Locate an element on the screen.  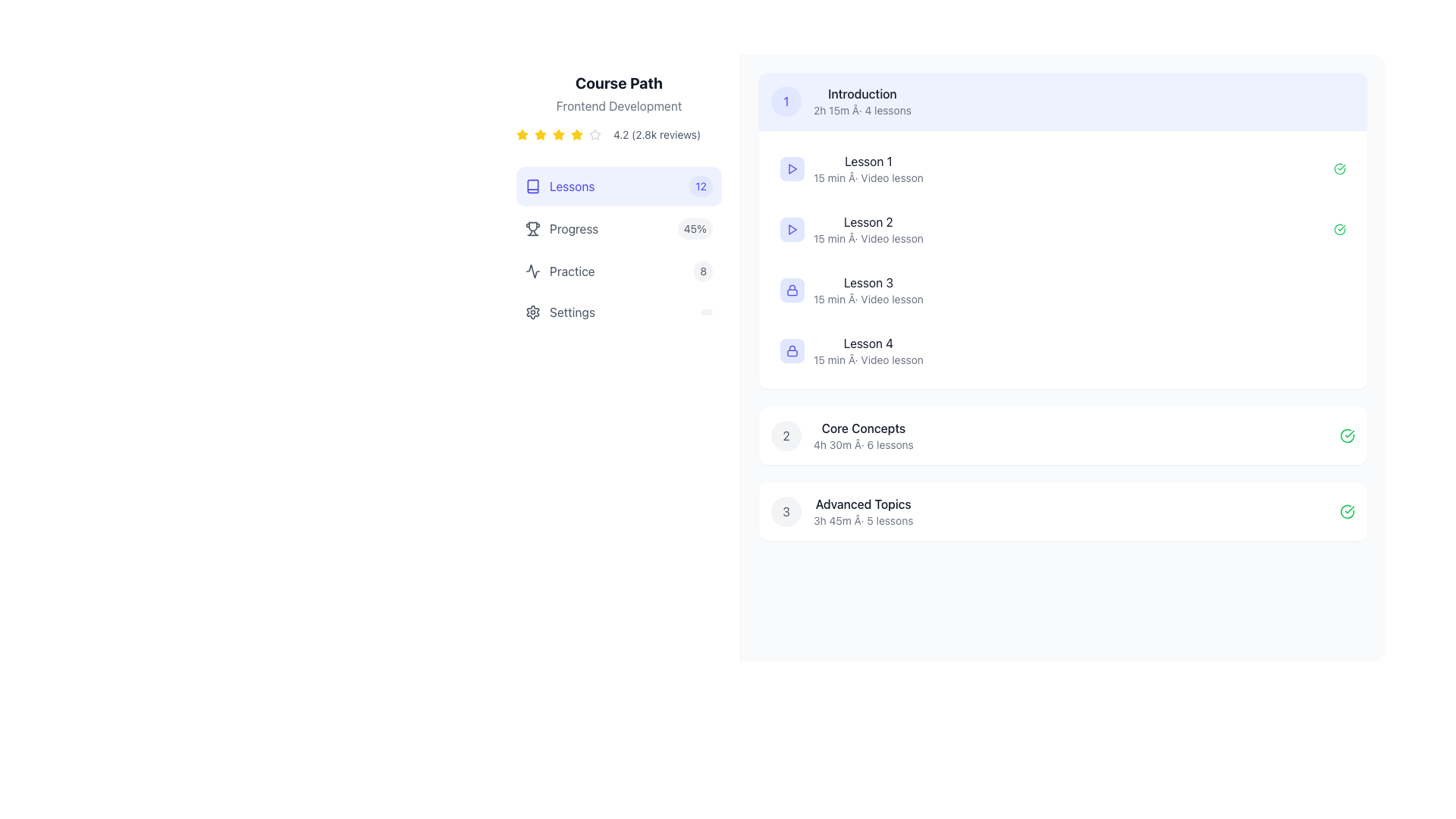
the play button graphic located to the left of 'Lesson 2' under 'Introduction' for additional information about the lesson is located at coordinates (792, 169).